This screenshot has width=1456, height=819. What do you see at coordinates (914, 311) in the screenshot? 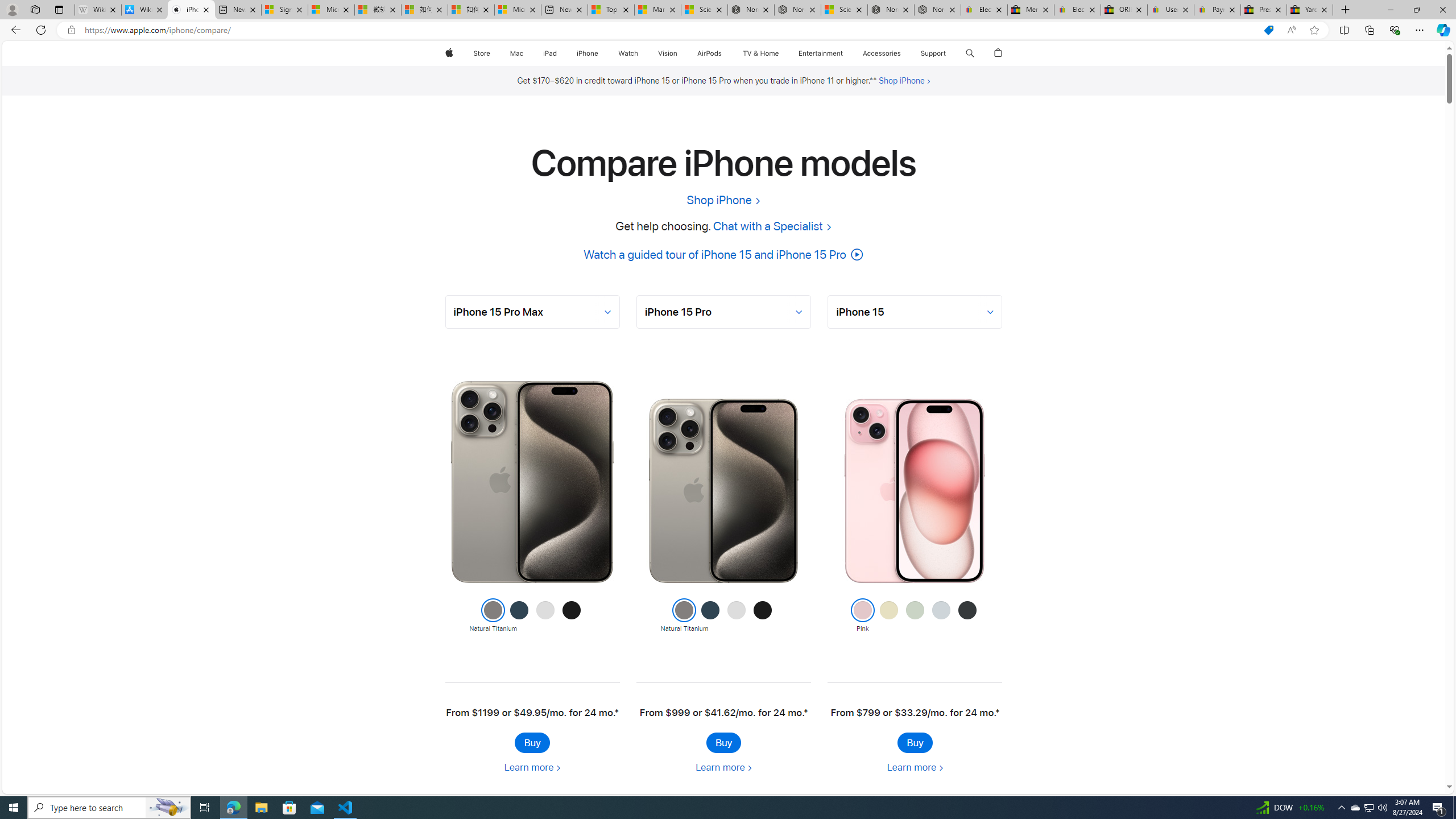
I see `'AutomationID: selector-2'` at bounding box center [914, 311].